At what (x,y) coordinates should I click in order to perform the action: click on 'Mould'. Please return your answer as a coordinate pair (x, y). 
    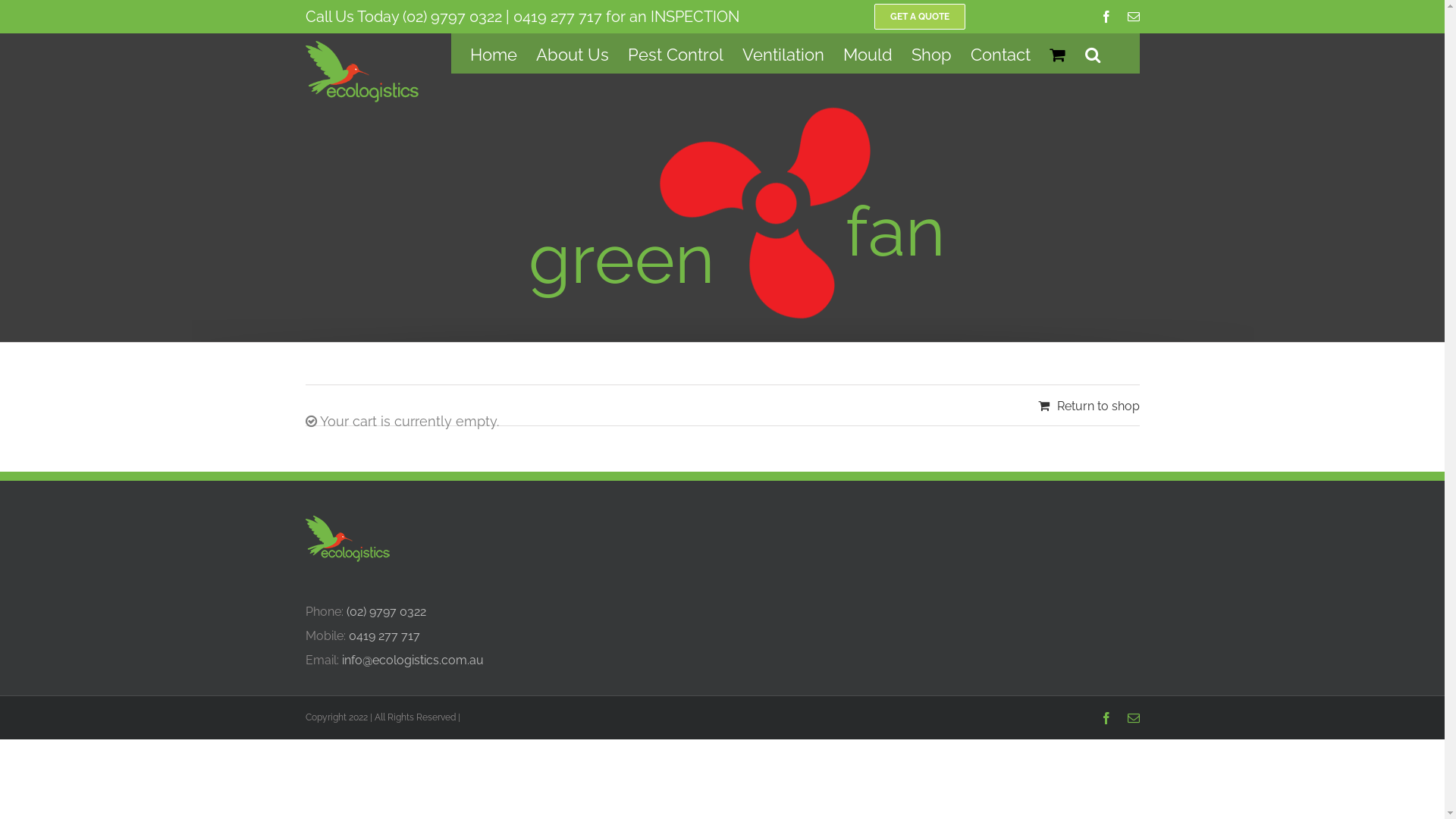
    Looking at the image, I should click on (868, 52).